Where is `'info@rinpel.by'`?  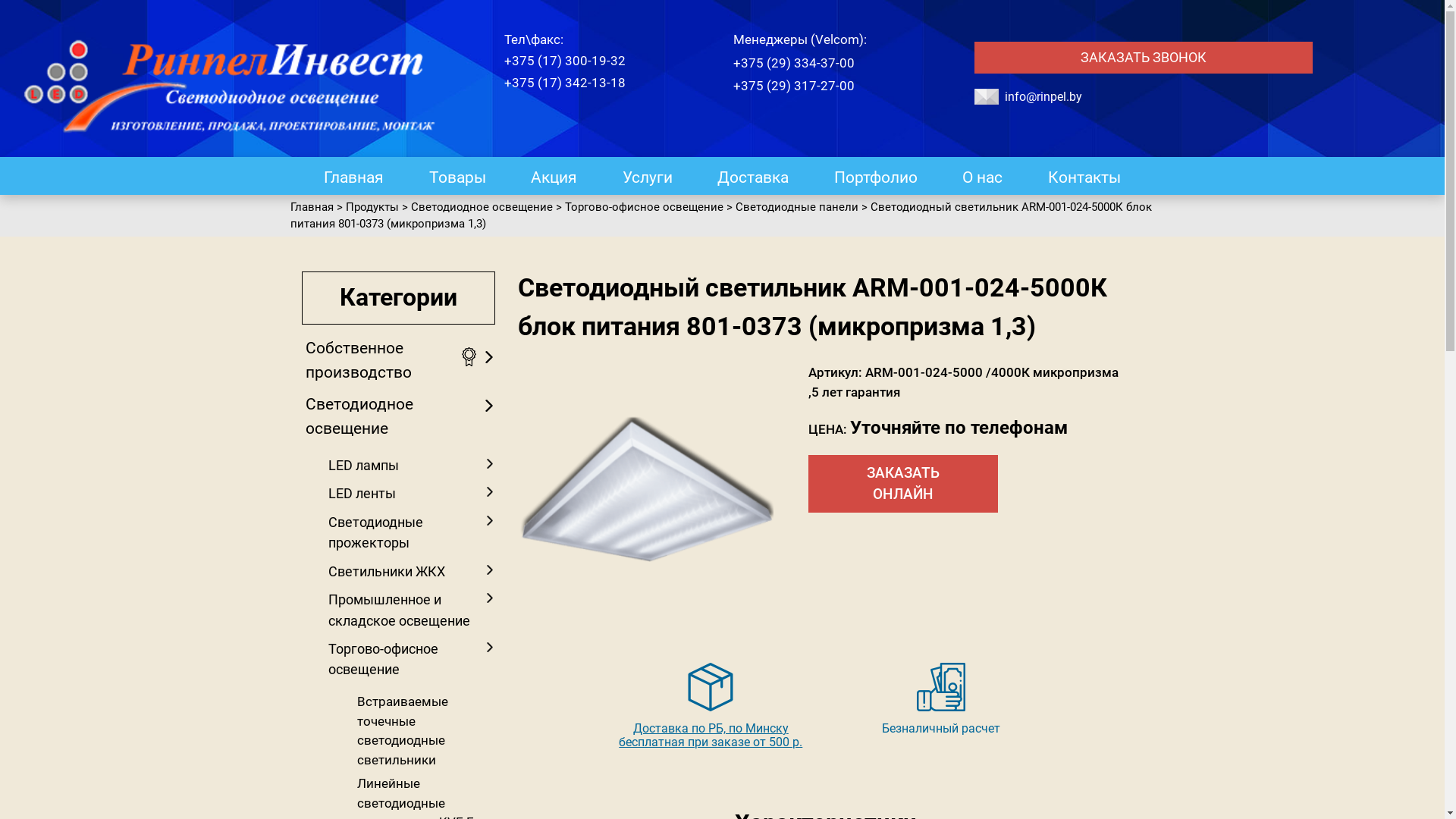 'info@rinpel.by' is located at coordinates (1004, 96).